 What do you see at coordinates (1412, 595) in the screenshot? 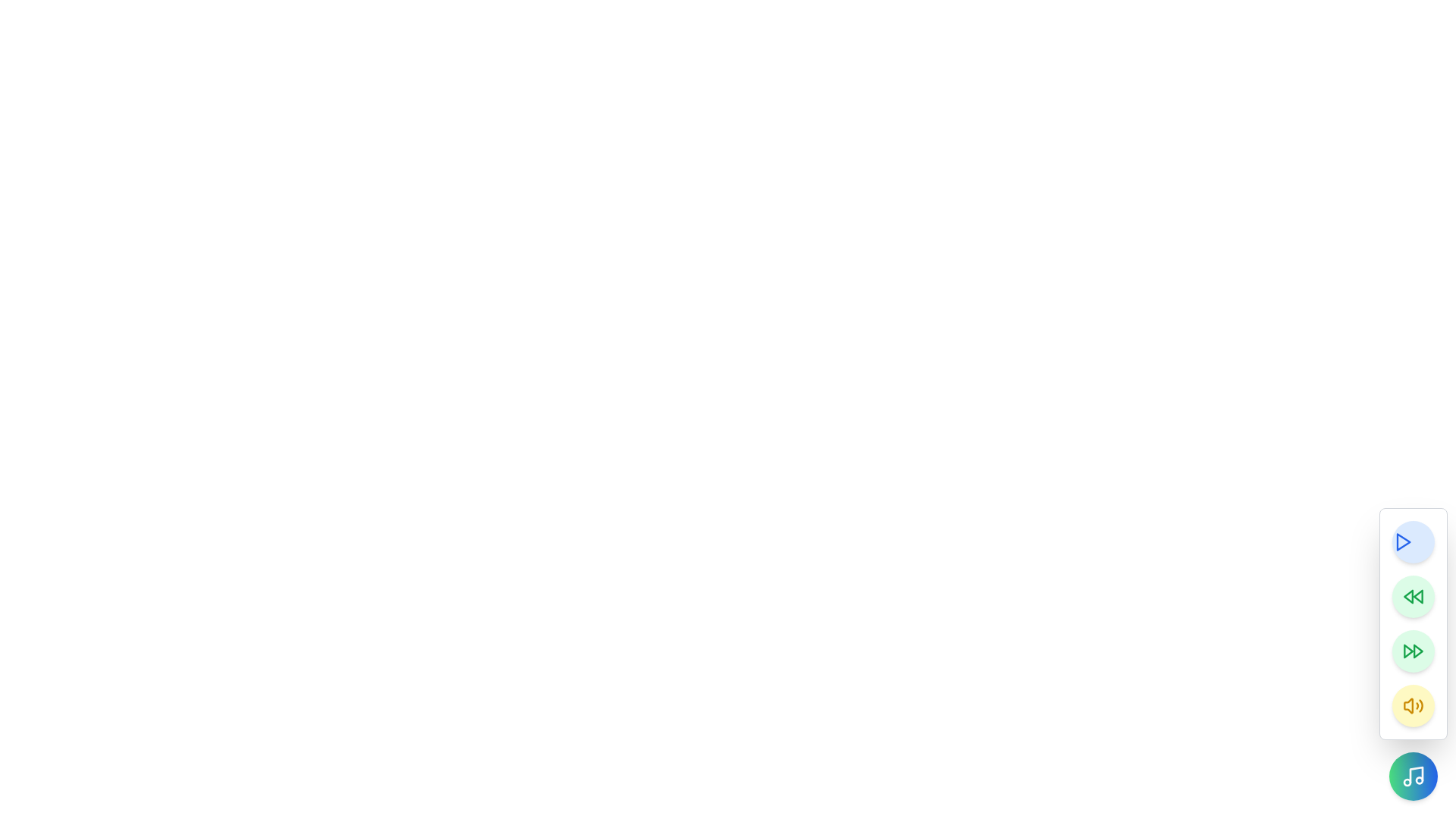
I see `the rewind button, which is a green circular button with a rewind icon, located on the right-hand sidebar of the interface to change its visual state` at bounding box center [1412, 595].